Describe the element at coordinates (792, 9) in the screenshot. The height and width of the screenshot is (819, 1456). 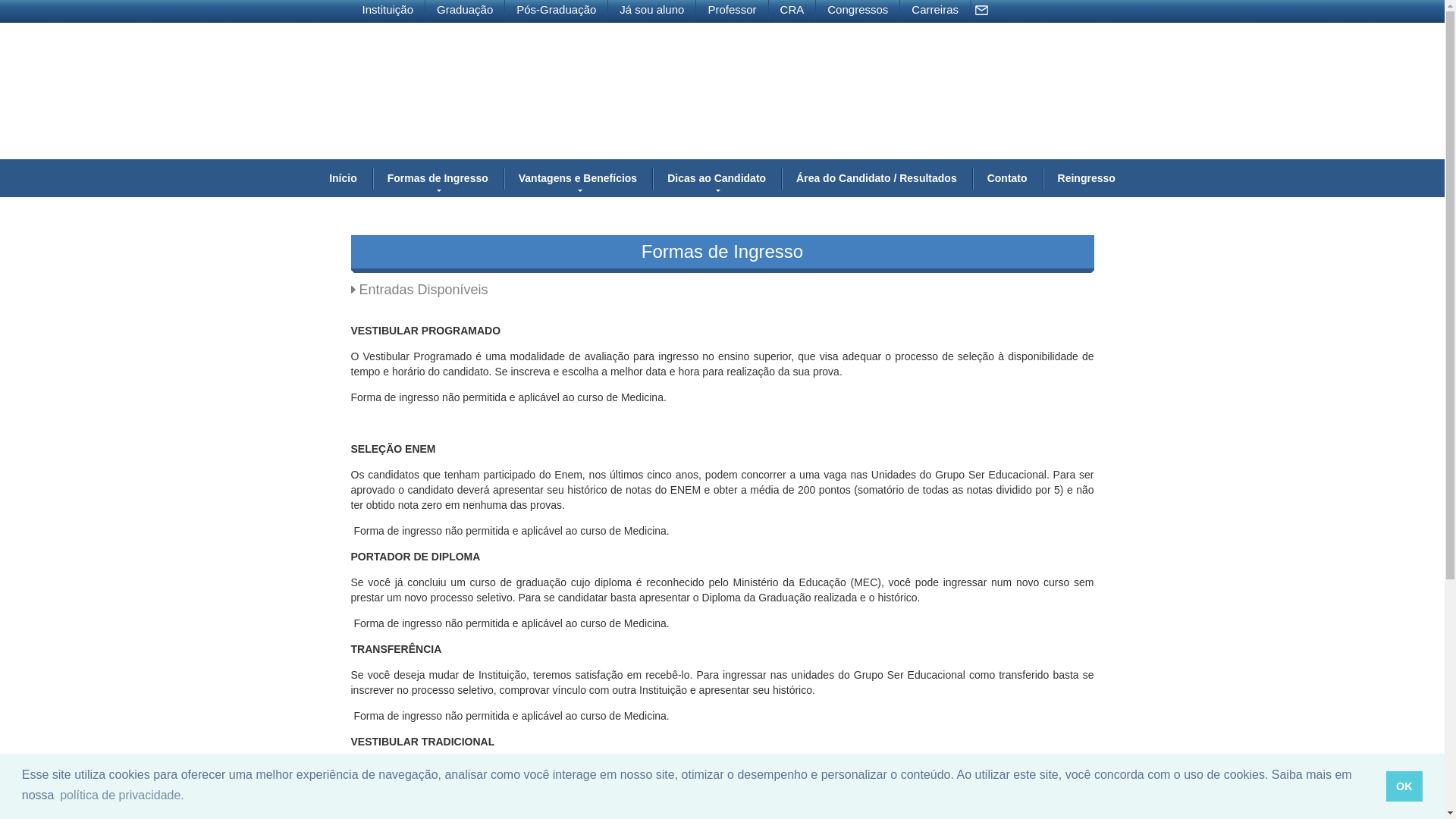
I see `'CRA'` at that location.